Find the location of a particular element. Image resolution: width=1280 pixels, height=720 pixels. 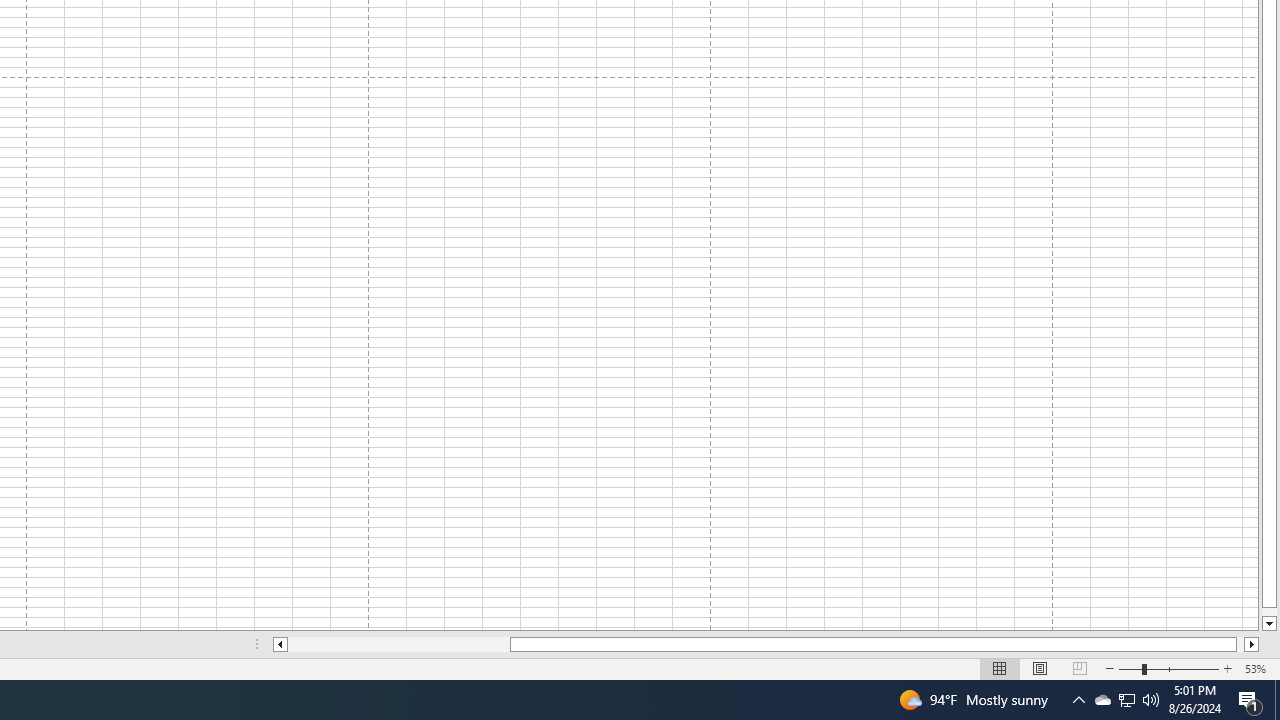

'Page right' is located at coordinates (1239, 644).